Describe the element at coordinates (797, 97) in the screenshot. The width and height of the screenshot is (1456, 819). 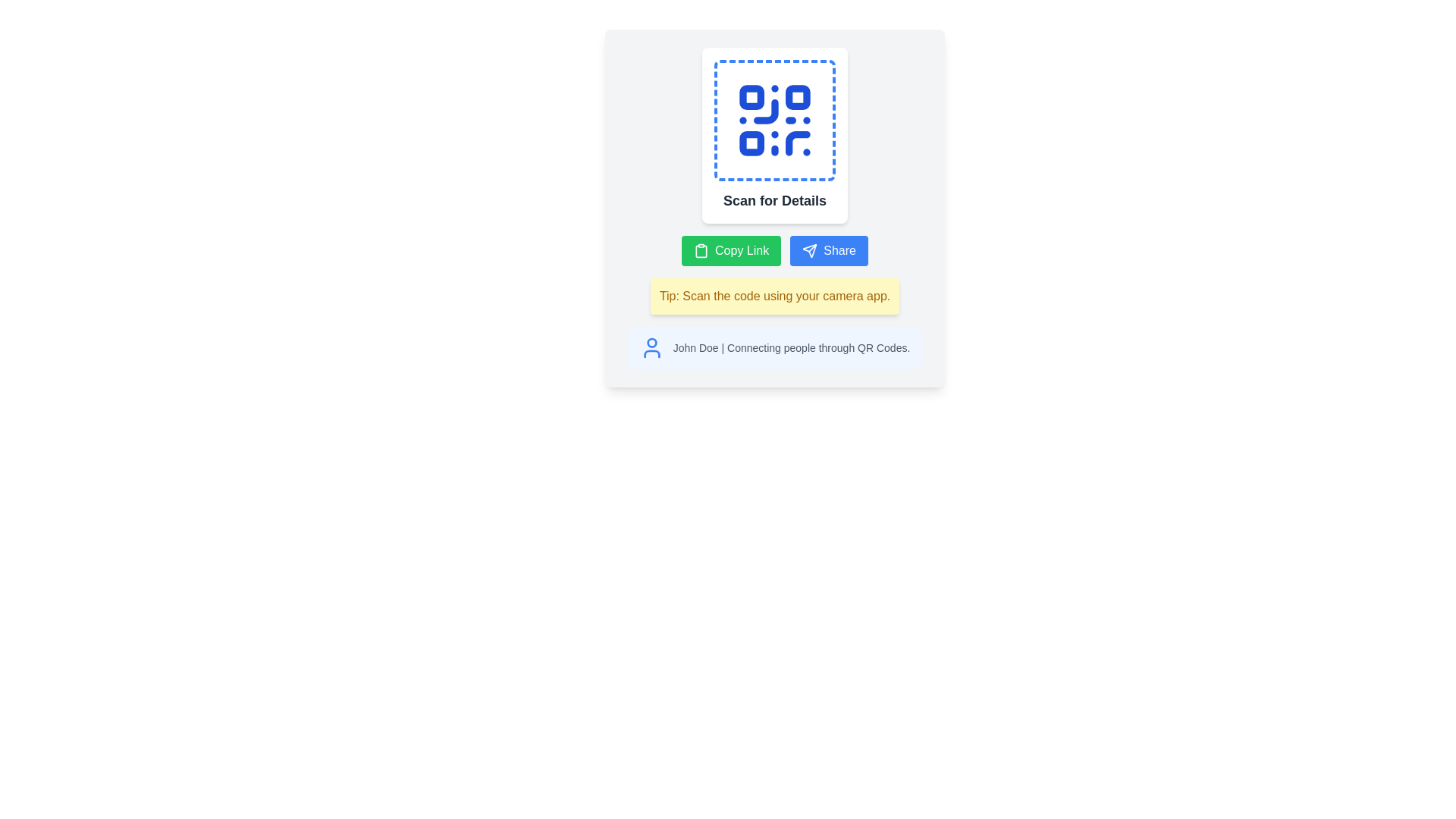
I see `the decorative graphical element located in the top-right section of the QR code graphic, which is a small square or rectangular box with rounded corners` at that location.